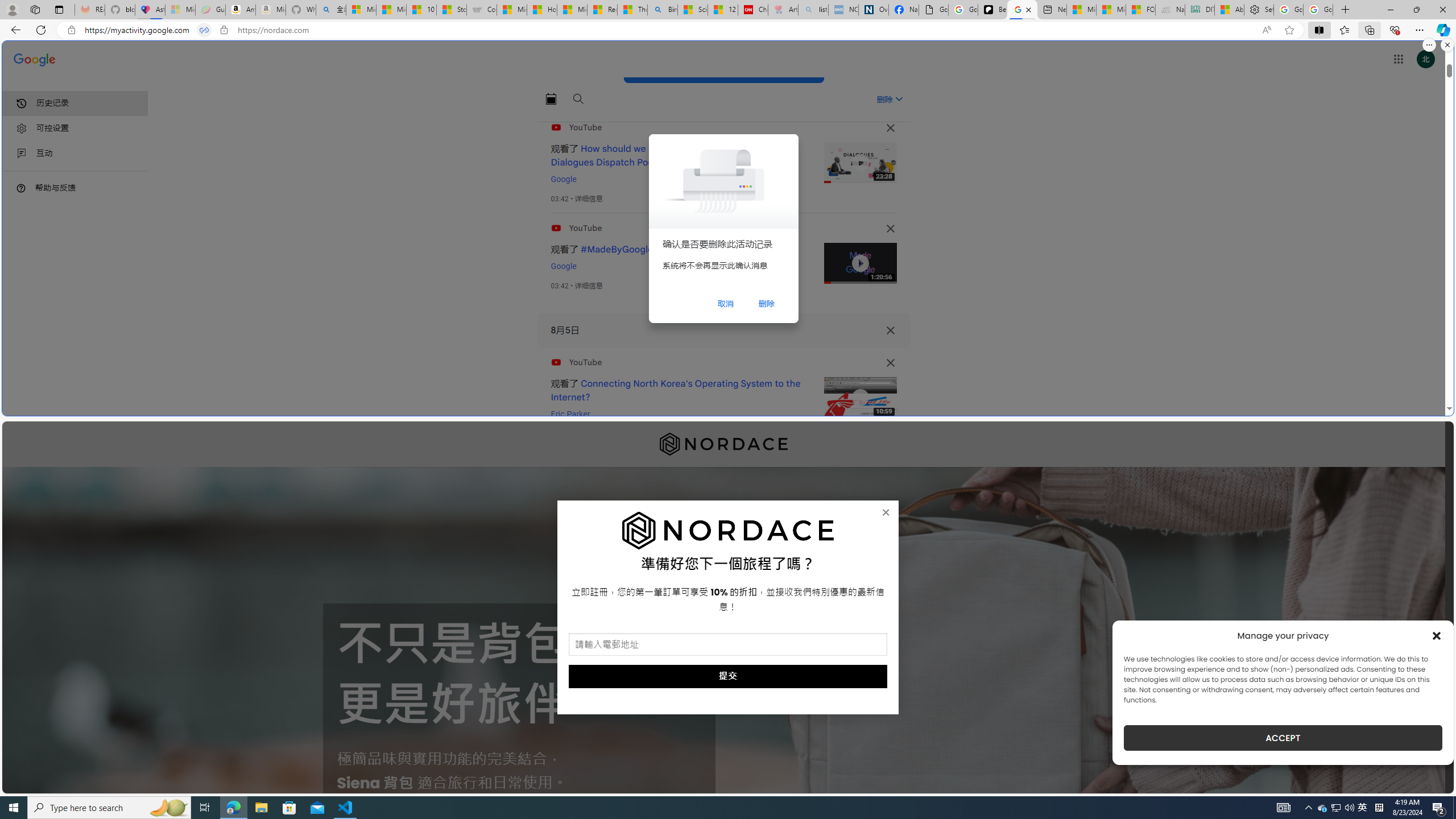 This screenshot has height=819, width=1456. Describe the element at coordinates (692, 9) in the screenshot. I see `'Science - MSN'` at that location.